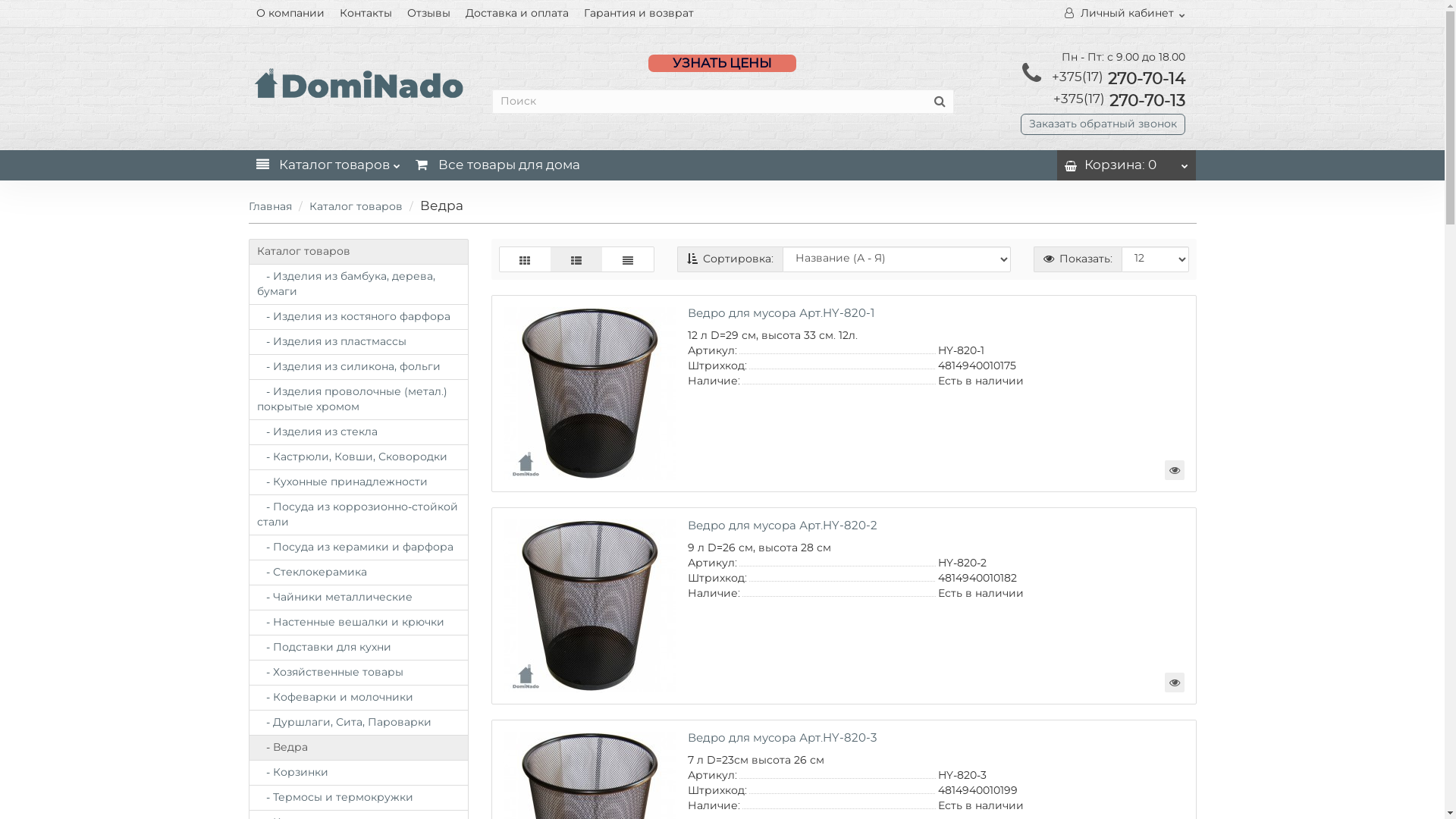 This screenshot has height=819, width=1456. What do you see at coordinates (358, 82) in the screenshot?
I see `'rosprodukt.by'` at bounding box center [358, 82].